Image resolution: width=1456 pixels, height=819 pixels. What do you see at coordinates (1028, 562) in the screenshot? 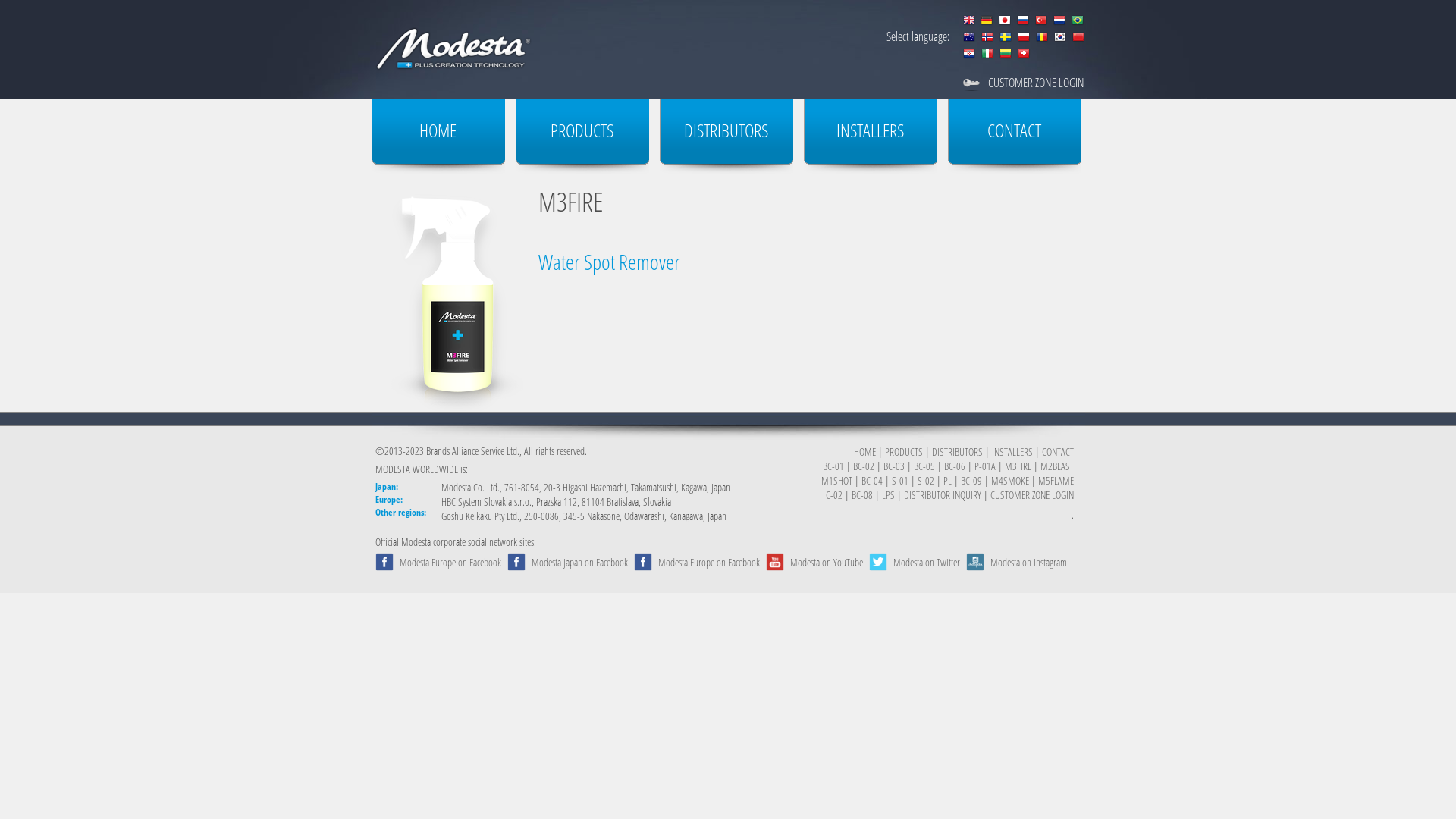
I see `'Modesta on Instagram'` at bounding box center [1028, 562].